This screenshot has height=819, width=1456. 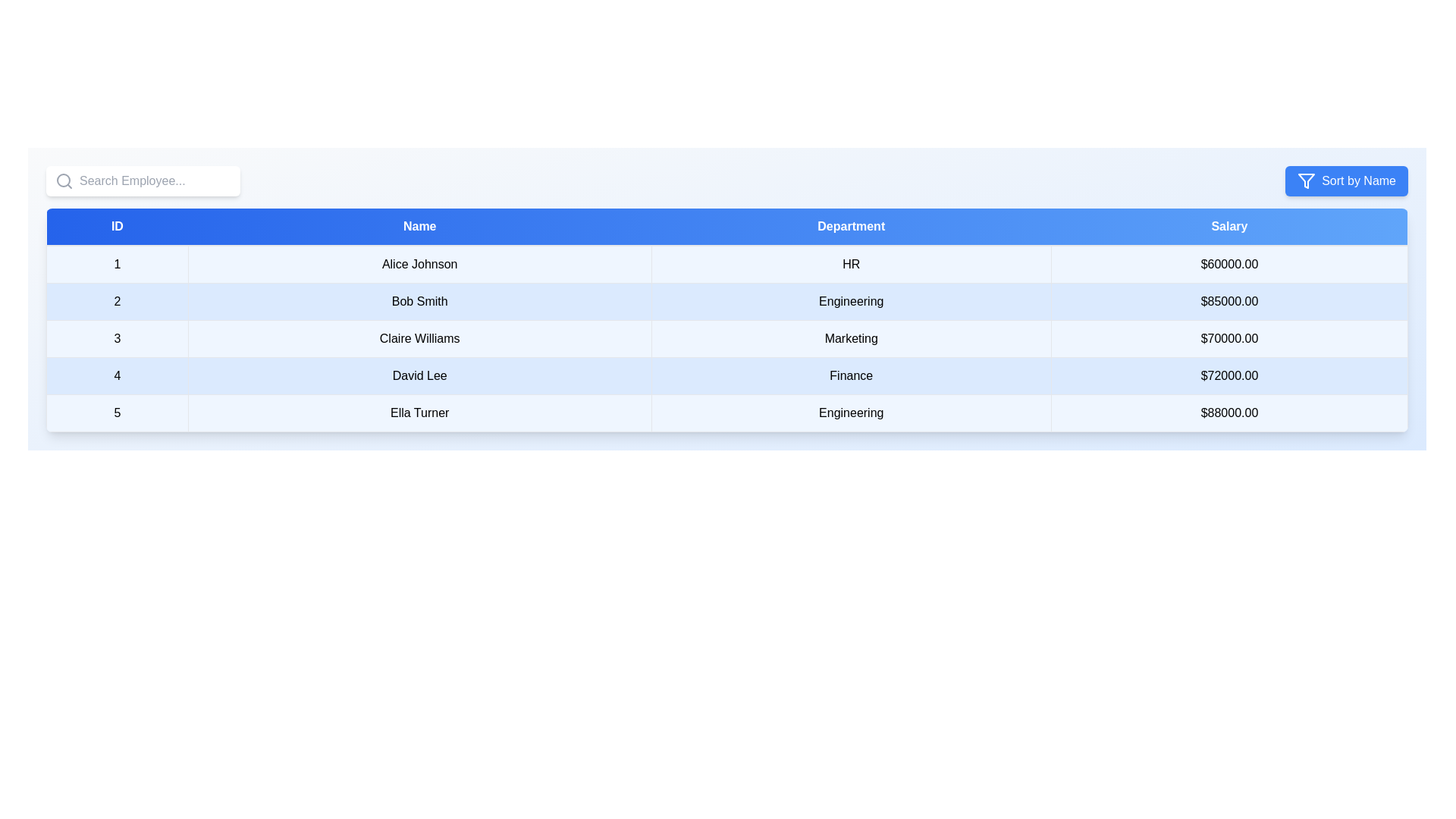 I want to click on the first cell of the data table that displays the identifier for a record, which is located in the first row and first column, so click(x=116, y=263).